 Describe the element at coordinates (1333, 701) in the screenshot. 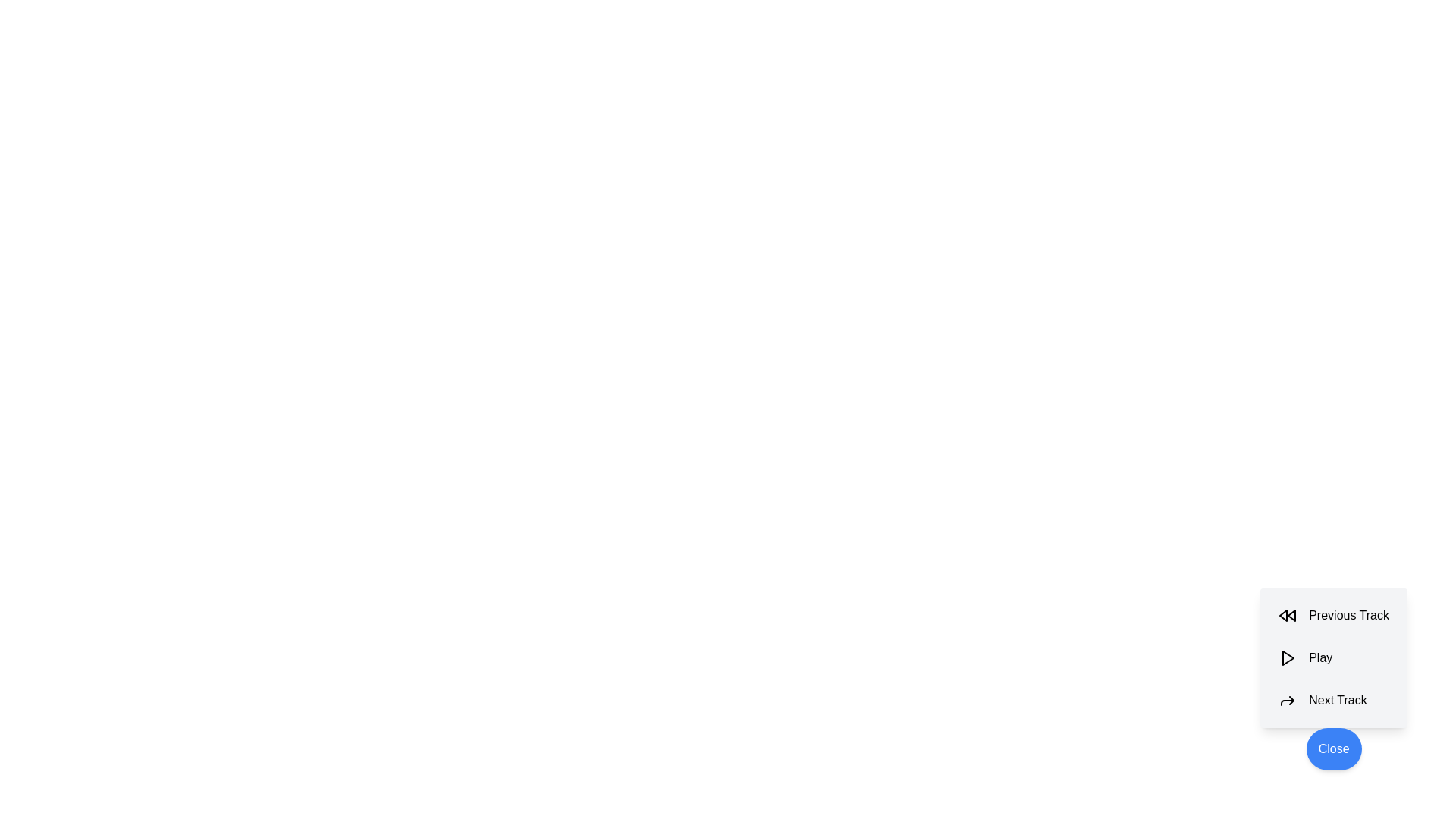

I see `the 'Next Track' button, which is the third button in a vertical list of playback options, to skip to the next track` at that location.